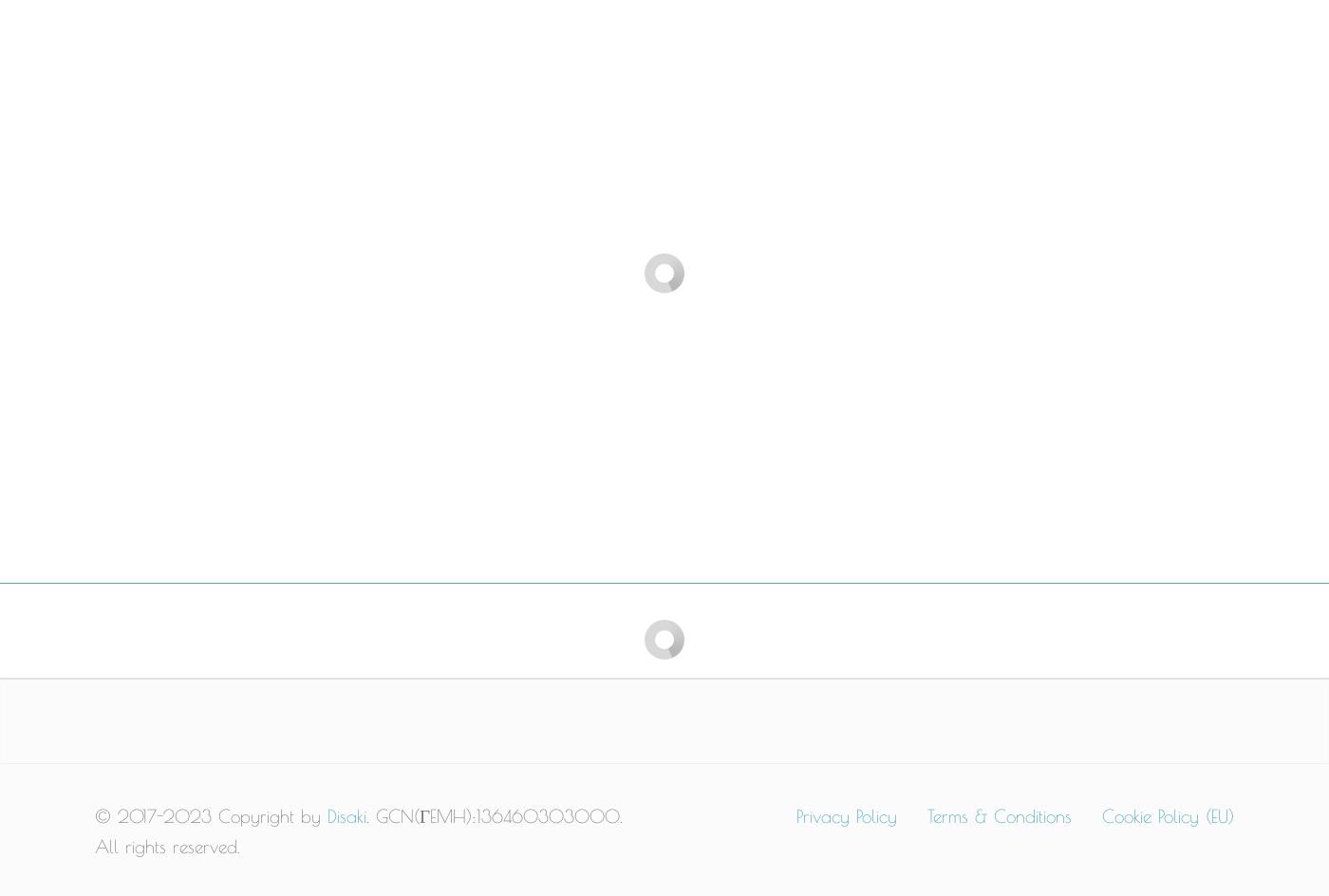  I want to click on 'Saint John Mykonos Hotel', so click(950, 333).